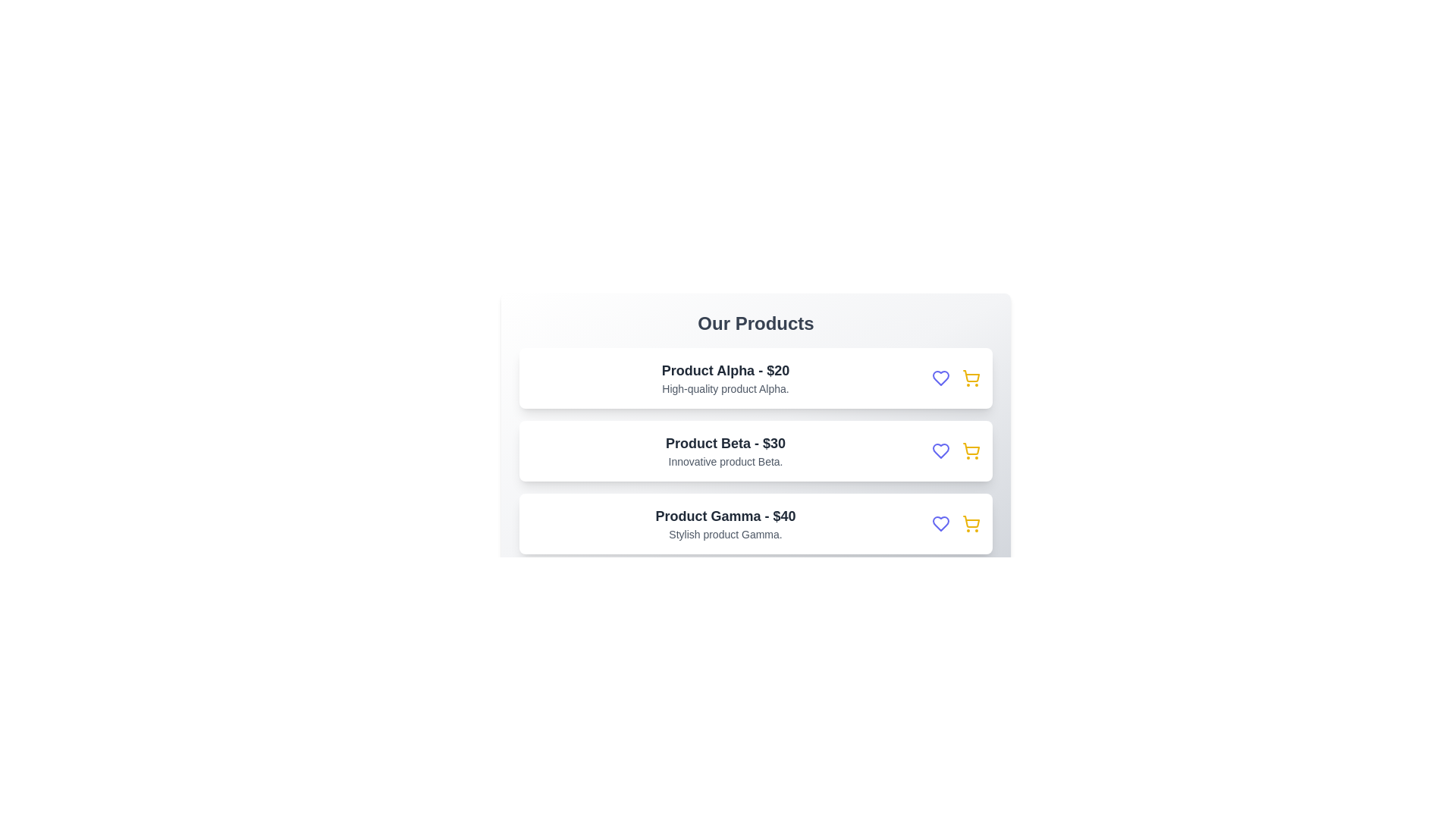 The width and height of the screenshot is (1456, 819). I want to click on the add-to-cart button for Product Beta, so click(971, 450).